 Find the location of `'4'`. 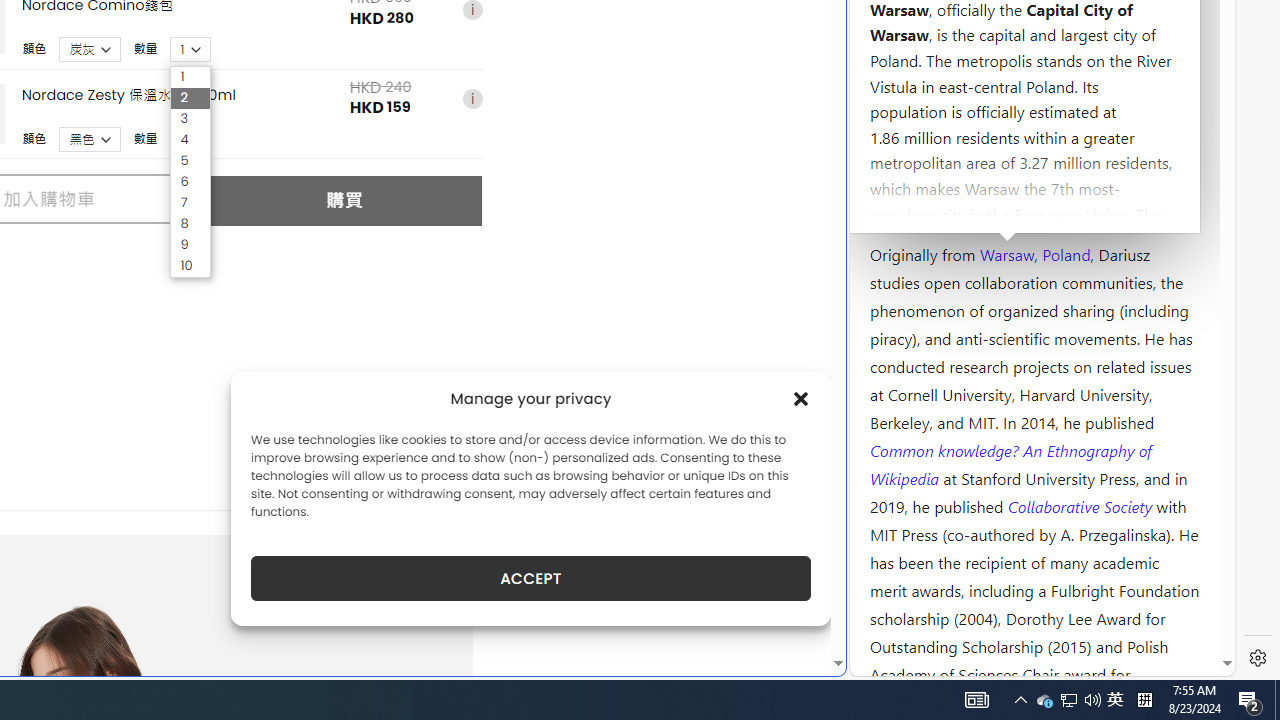

'4' is located at coordinates (190, 139).